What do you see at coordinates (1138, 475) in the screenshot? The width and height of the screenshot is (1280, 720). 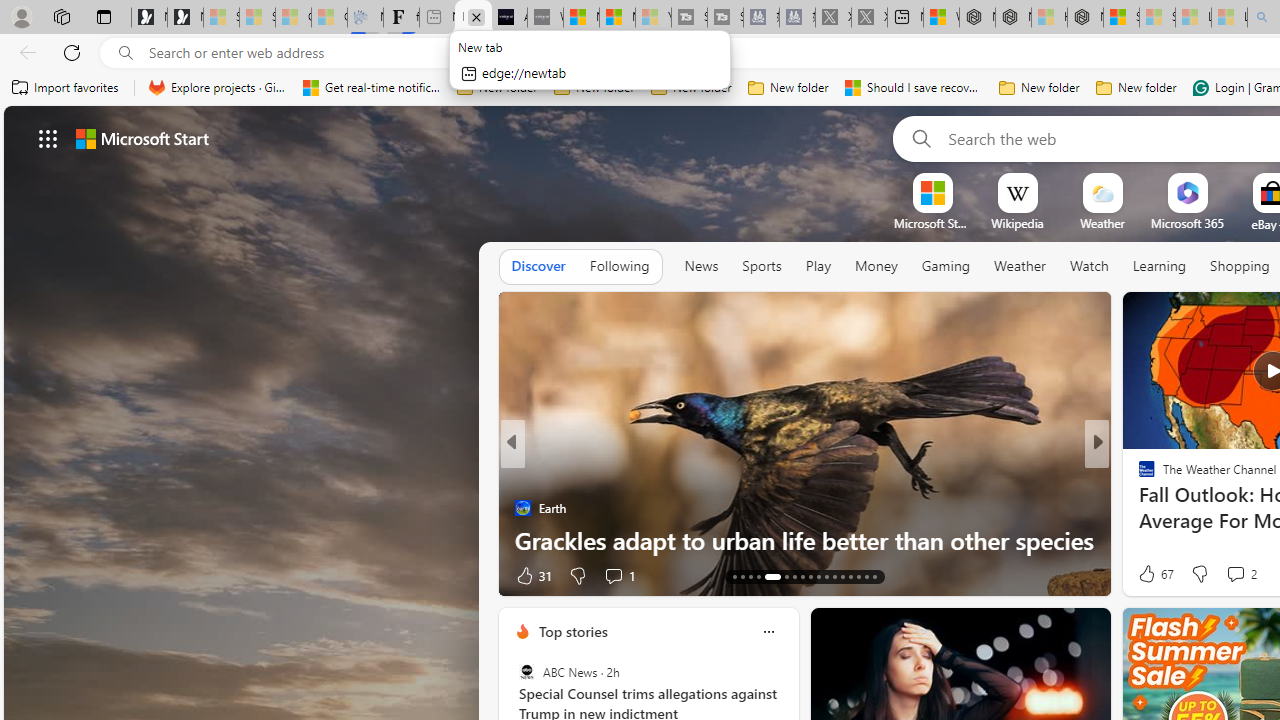 I see `'Fox Weather'` at bounding box center [1138, 475].